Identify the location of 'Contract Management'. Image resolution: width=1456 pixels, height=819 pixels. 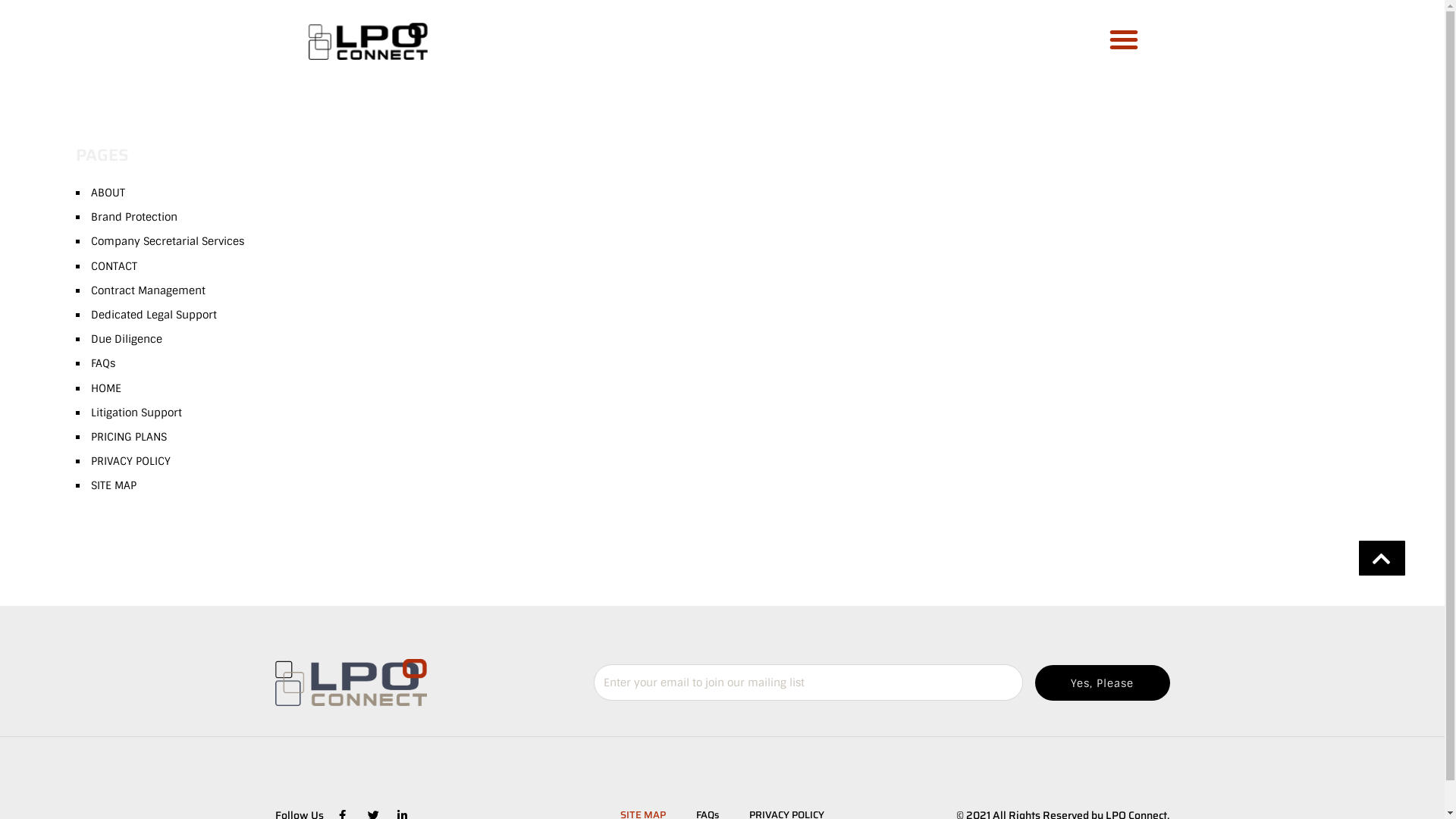
(148, 290).